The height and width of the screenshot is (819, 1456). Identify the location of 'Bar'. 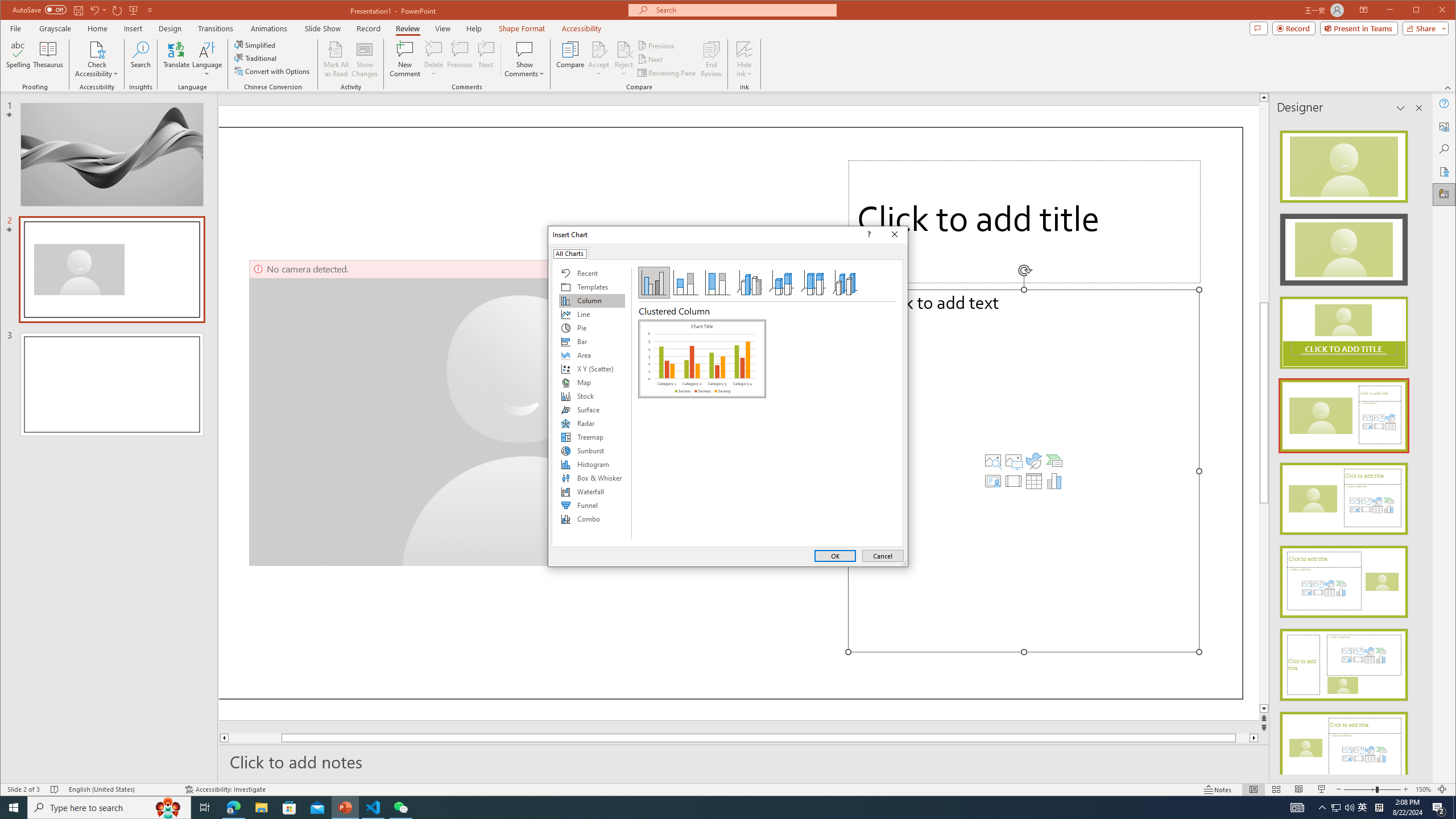
(591, 342).